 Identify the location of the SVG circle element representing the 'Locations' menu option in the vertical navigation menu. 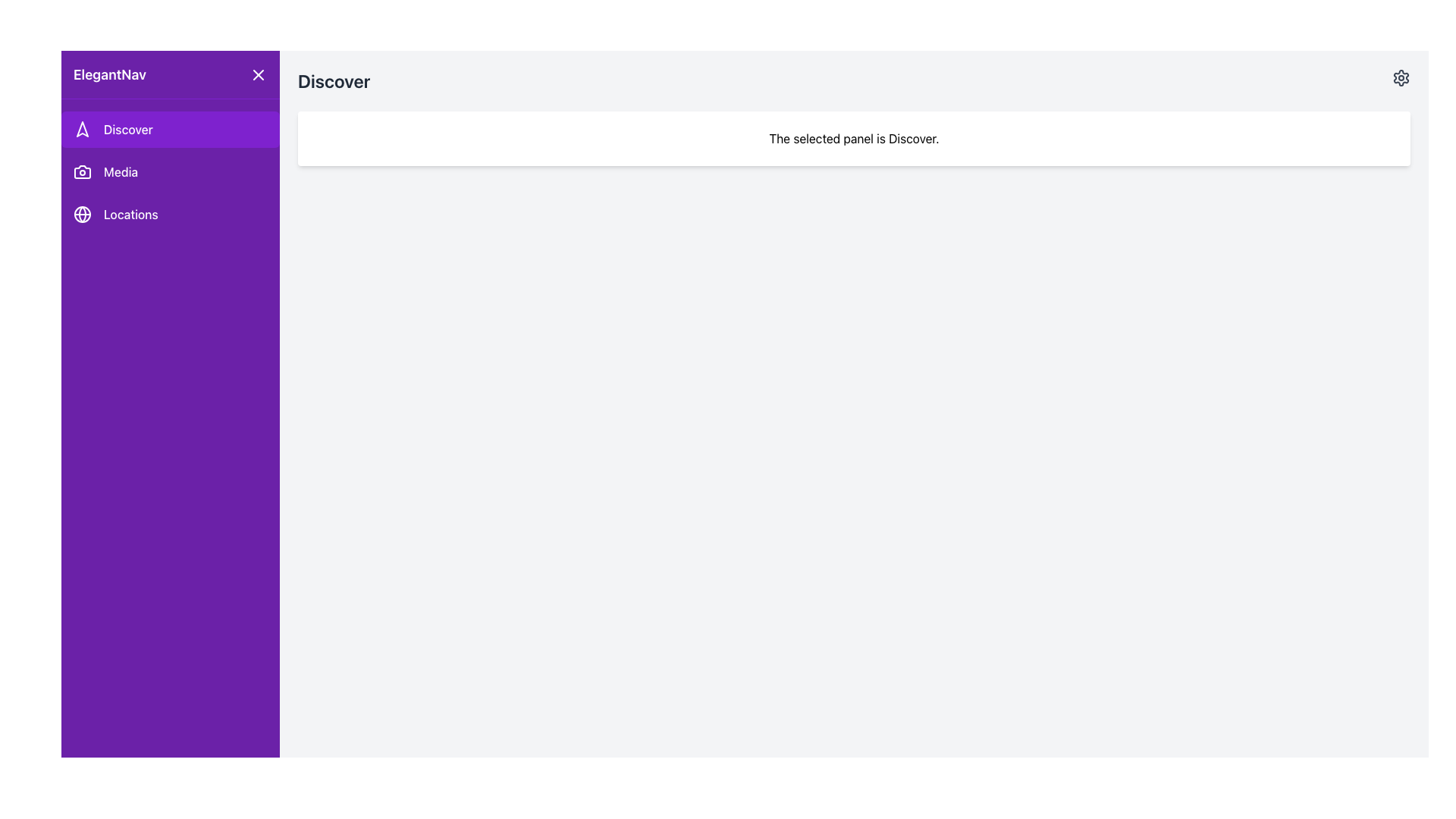
(82, 214).